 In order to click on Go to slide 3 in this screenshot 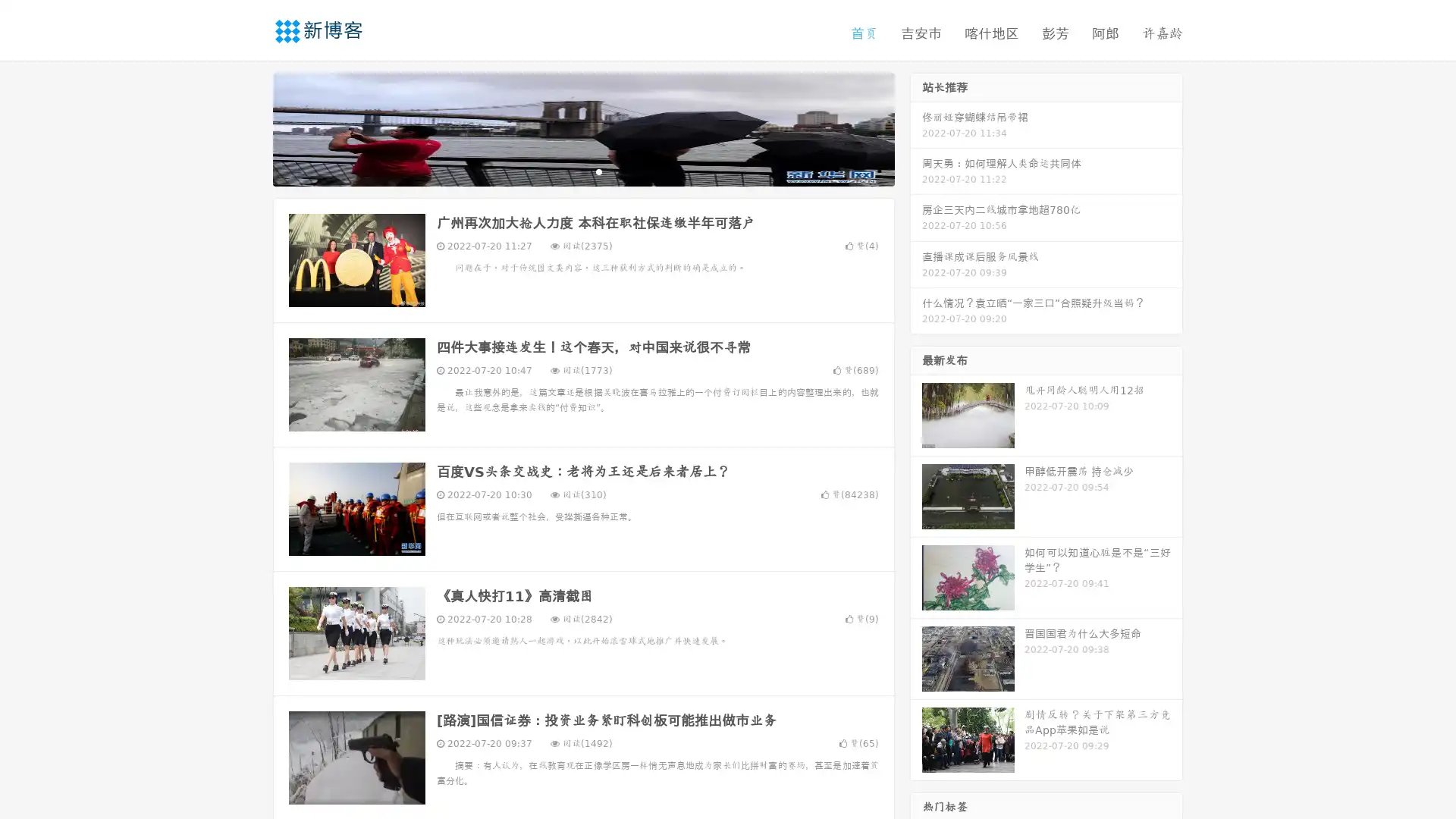, I will do `click(598, 171)`.